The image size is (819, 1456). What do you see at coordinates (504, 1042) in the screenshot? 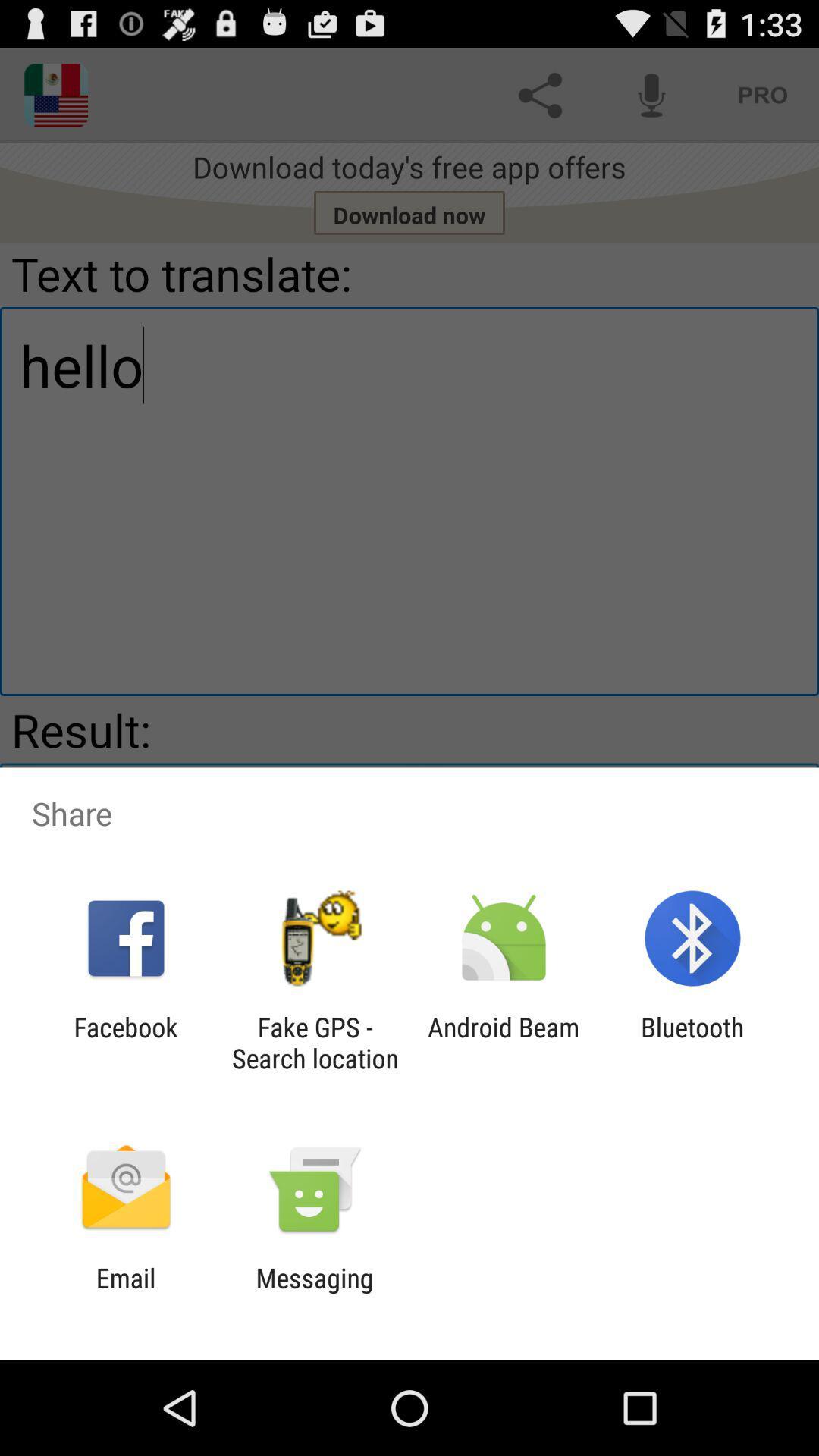
I see `the android beam` at bounding box center [504, 1042].